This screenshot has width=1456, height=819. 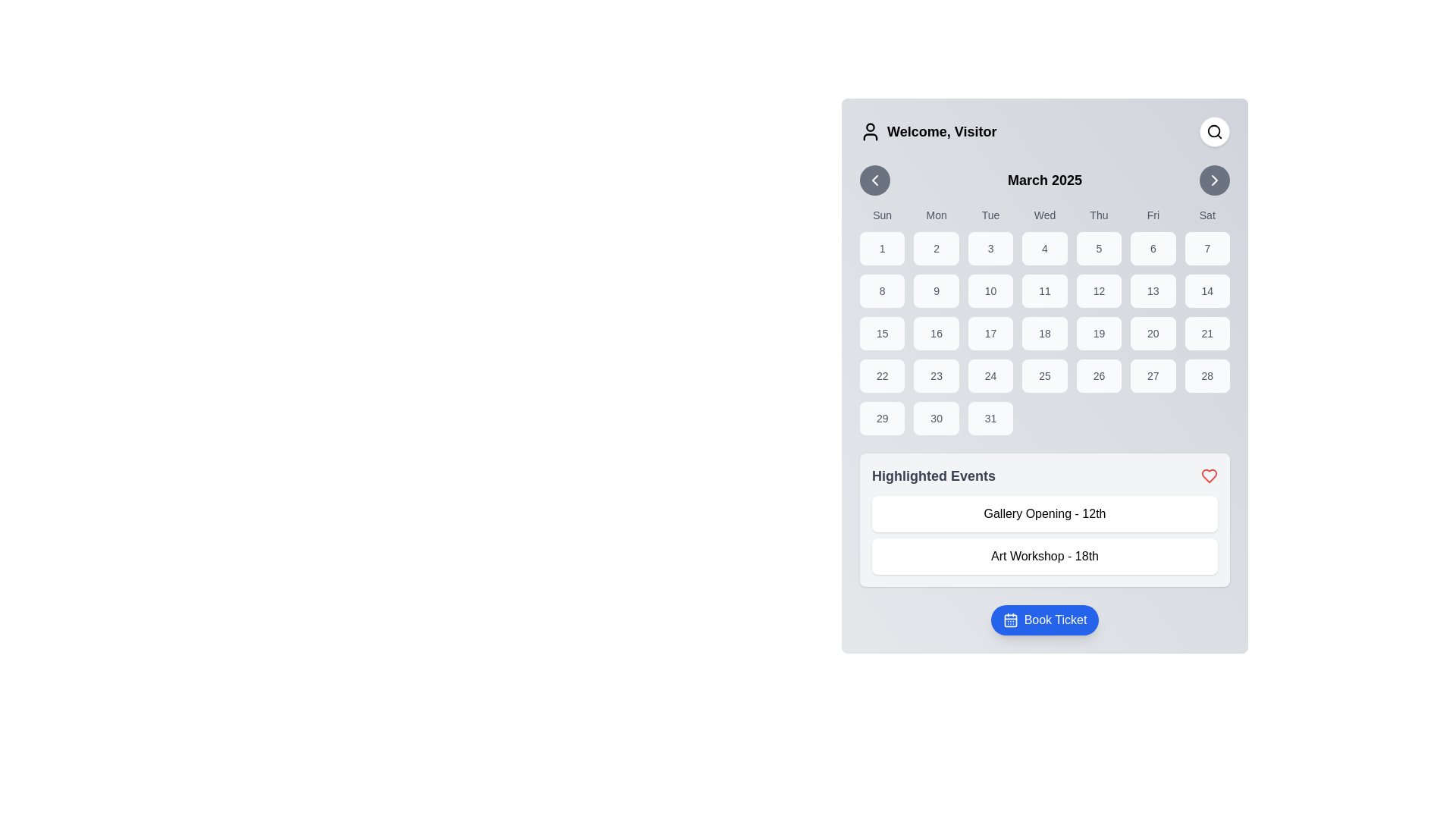 What do you see at coordinates (1153, 332) in the screenshot?
I see `the button-like component representing the selectable date in the calendar view located under the 'Fri' column in the fourth row` at bounding box center [1153, 332].